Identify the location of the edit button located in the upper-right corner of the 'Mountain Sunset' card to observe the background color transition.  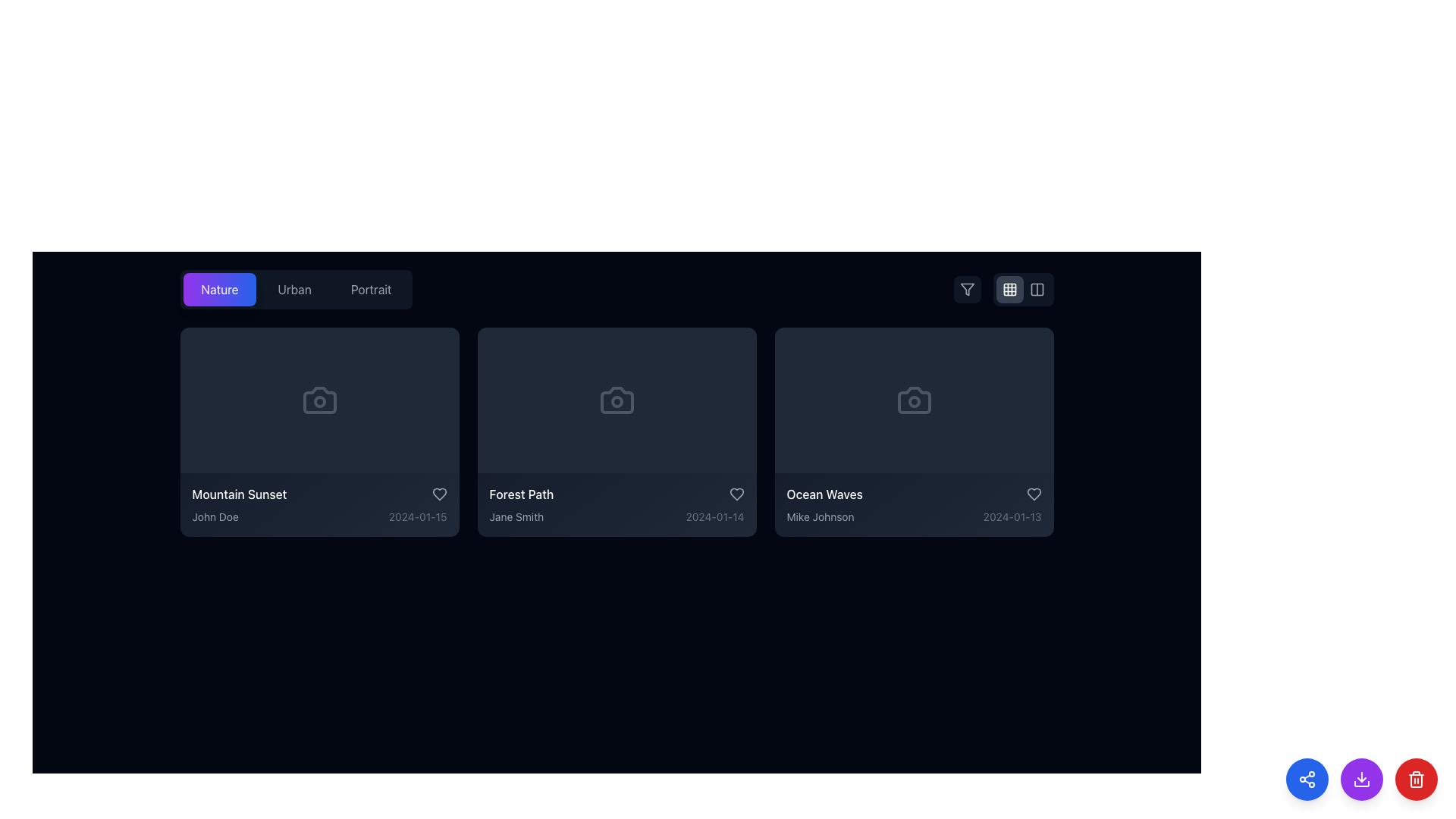
(440, 345).